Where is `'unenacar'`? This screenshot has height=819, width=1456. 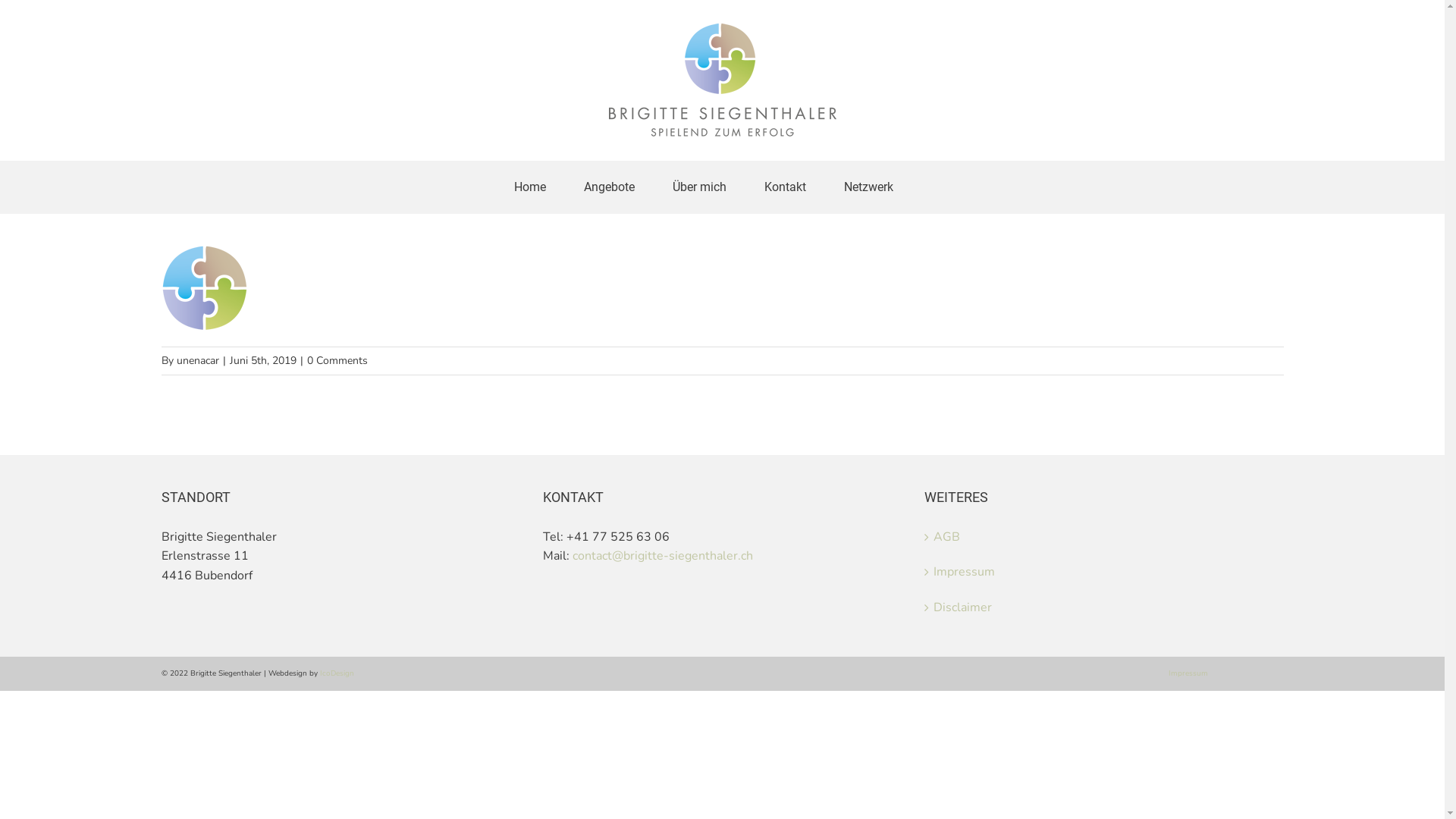
'unenacar' is located at coordinates (196, 360).